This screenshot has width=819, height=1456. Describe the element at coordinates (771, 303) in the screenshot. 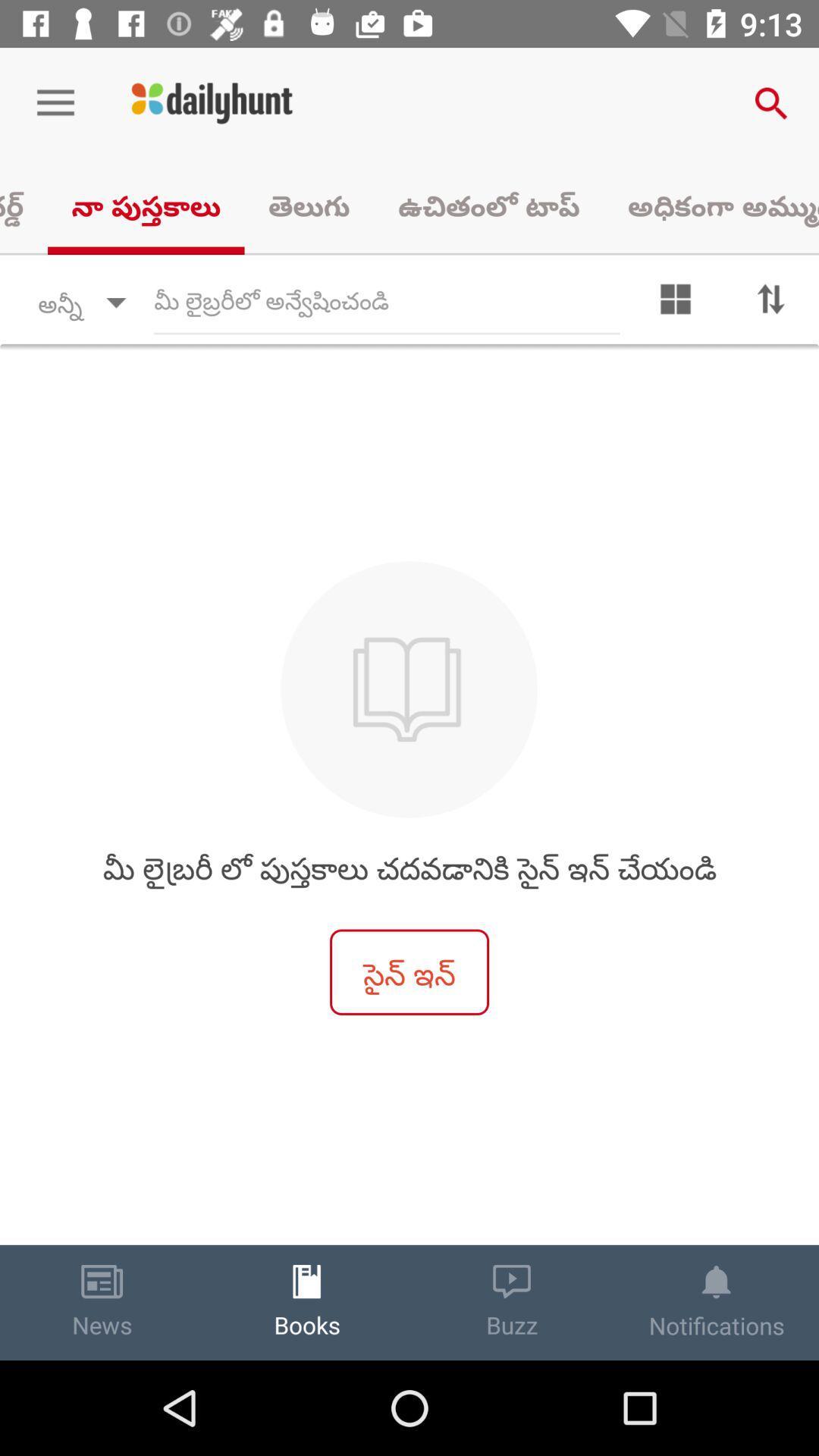

I see `navigate up or down` at that location.